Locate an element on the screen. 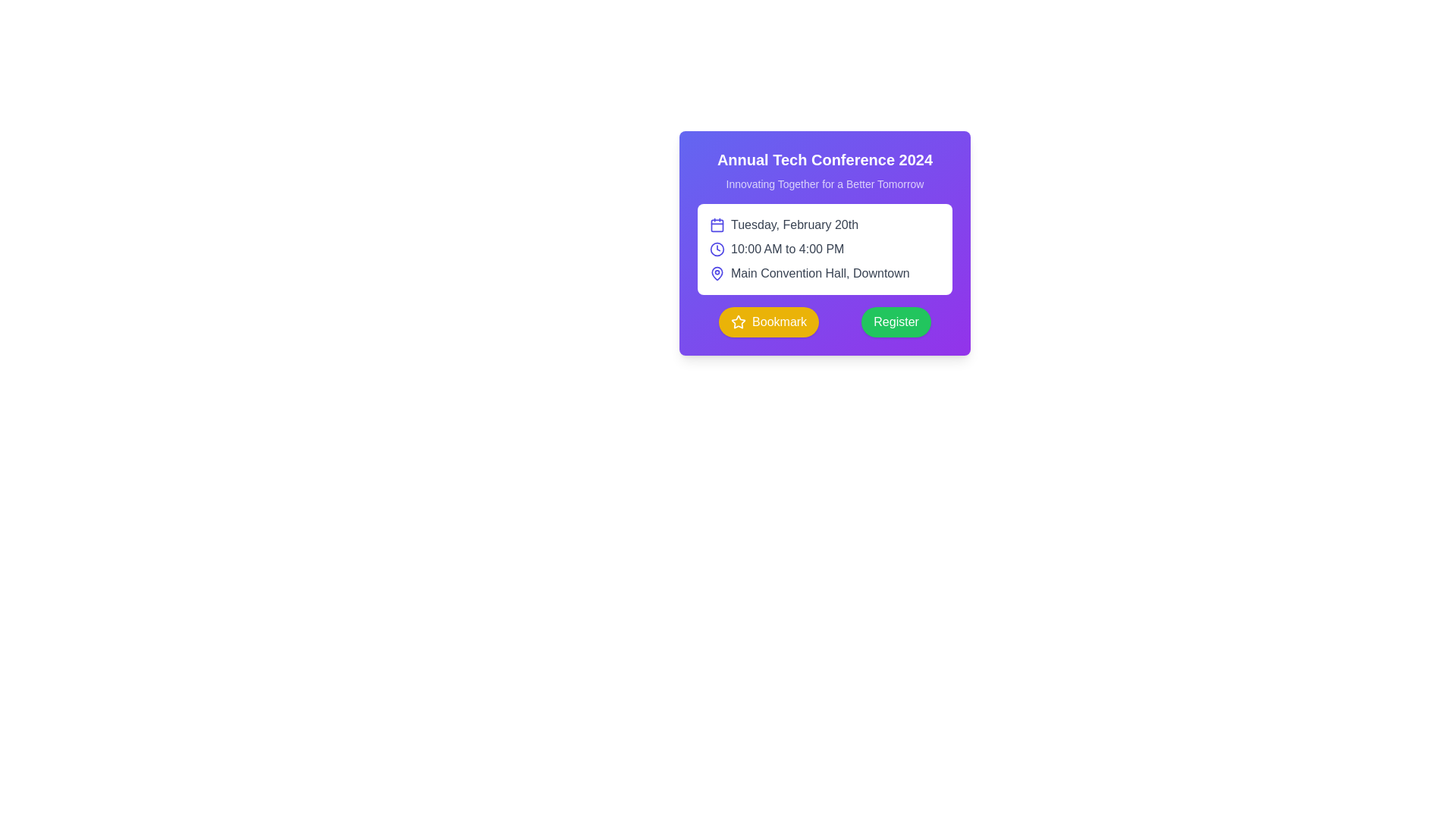  the small map pin icon styled with an indigo stroke located to the left of the text 'Main Convention Hall, Downtown' in the event information card is located at coordinates (716, 274).